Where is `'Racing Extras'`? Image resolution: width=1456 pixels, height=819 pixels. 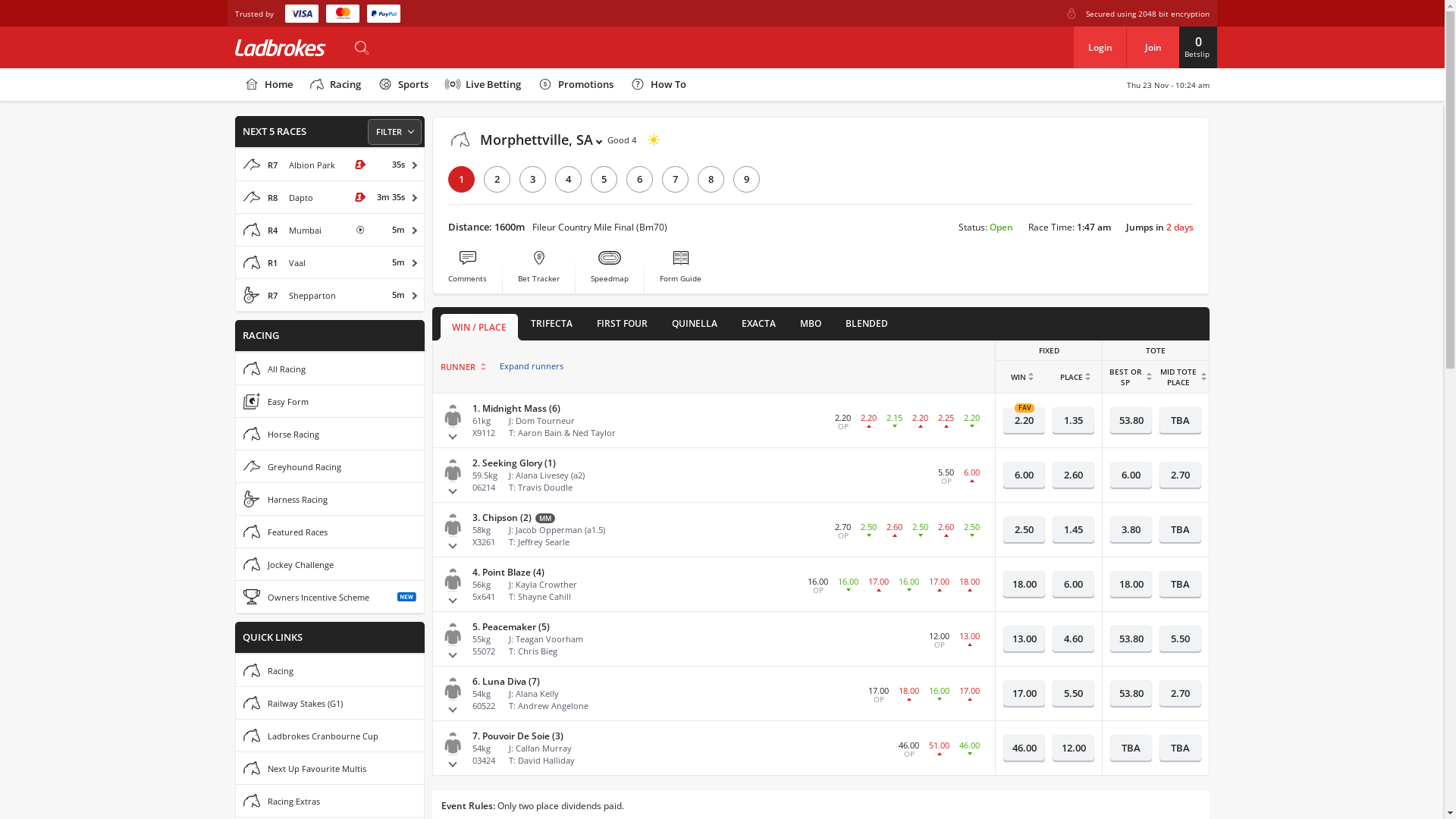
'Racing Extras' is located at coordinates (329, 800).